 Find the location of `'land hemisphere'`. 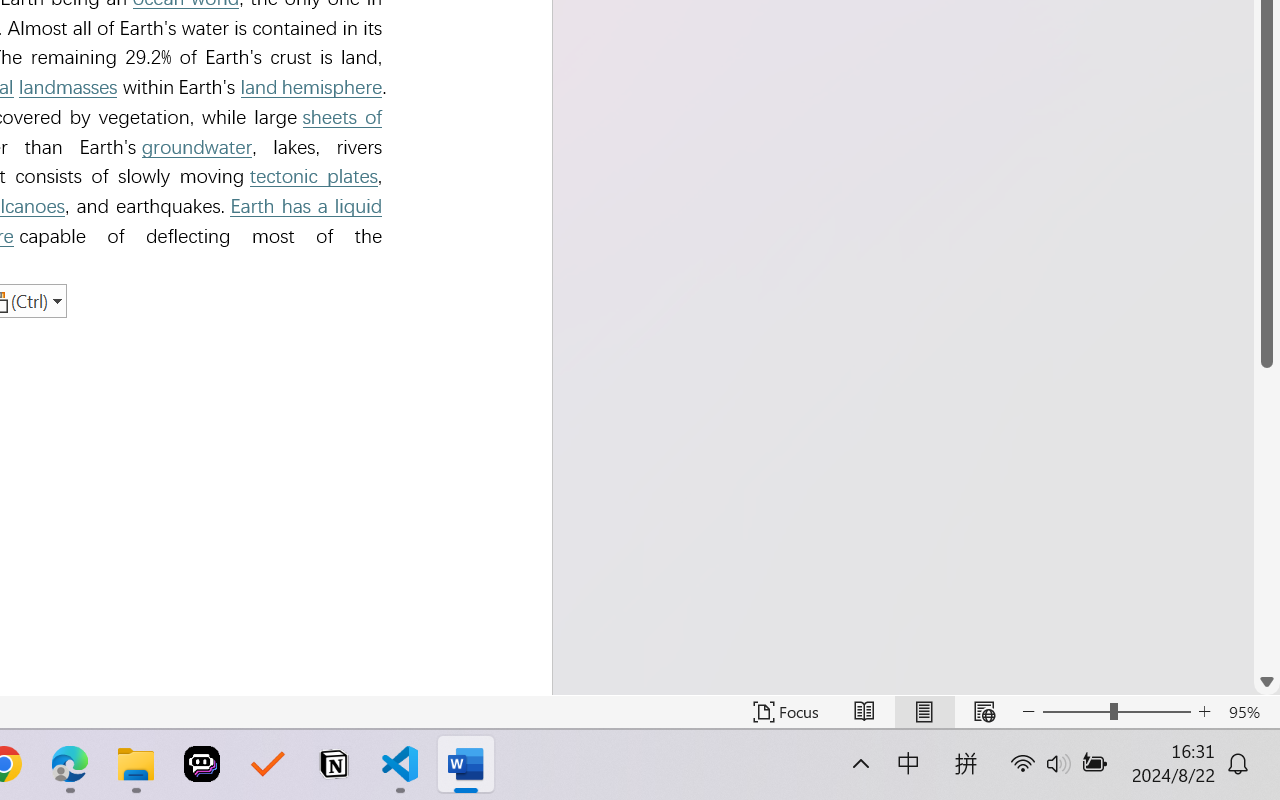

'land hemisphere' is located at coordinates (310, 87).